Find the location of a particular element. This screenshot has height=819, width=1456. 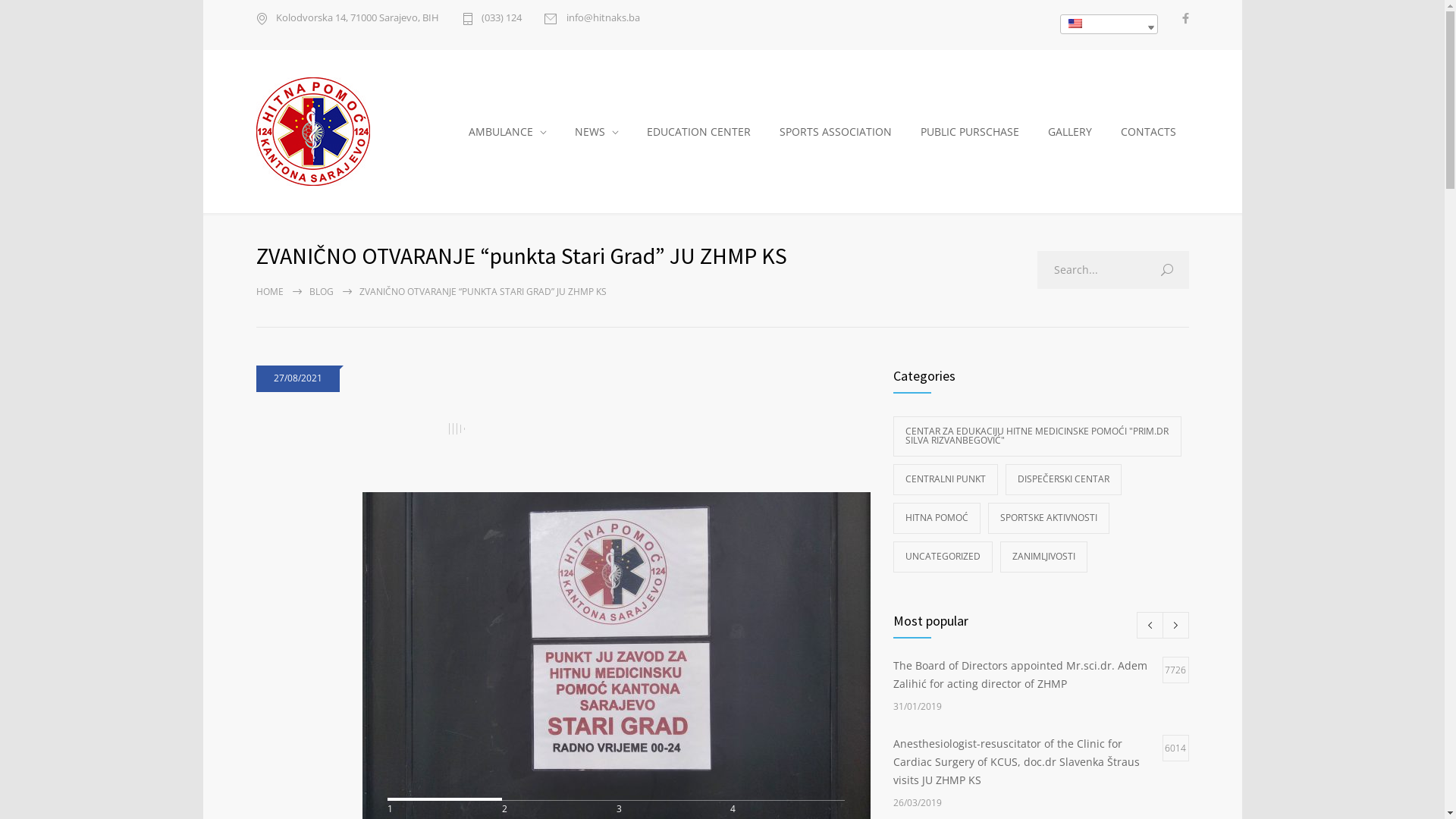

'English' is located at coordinates (1063, 24).